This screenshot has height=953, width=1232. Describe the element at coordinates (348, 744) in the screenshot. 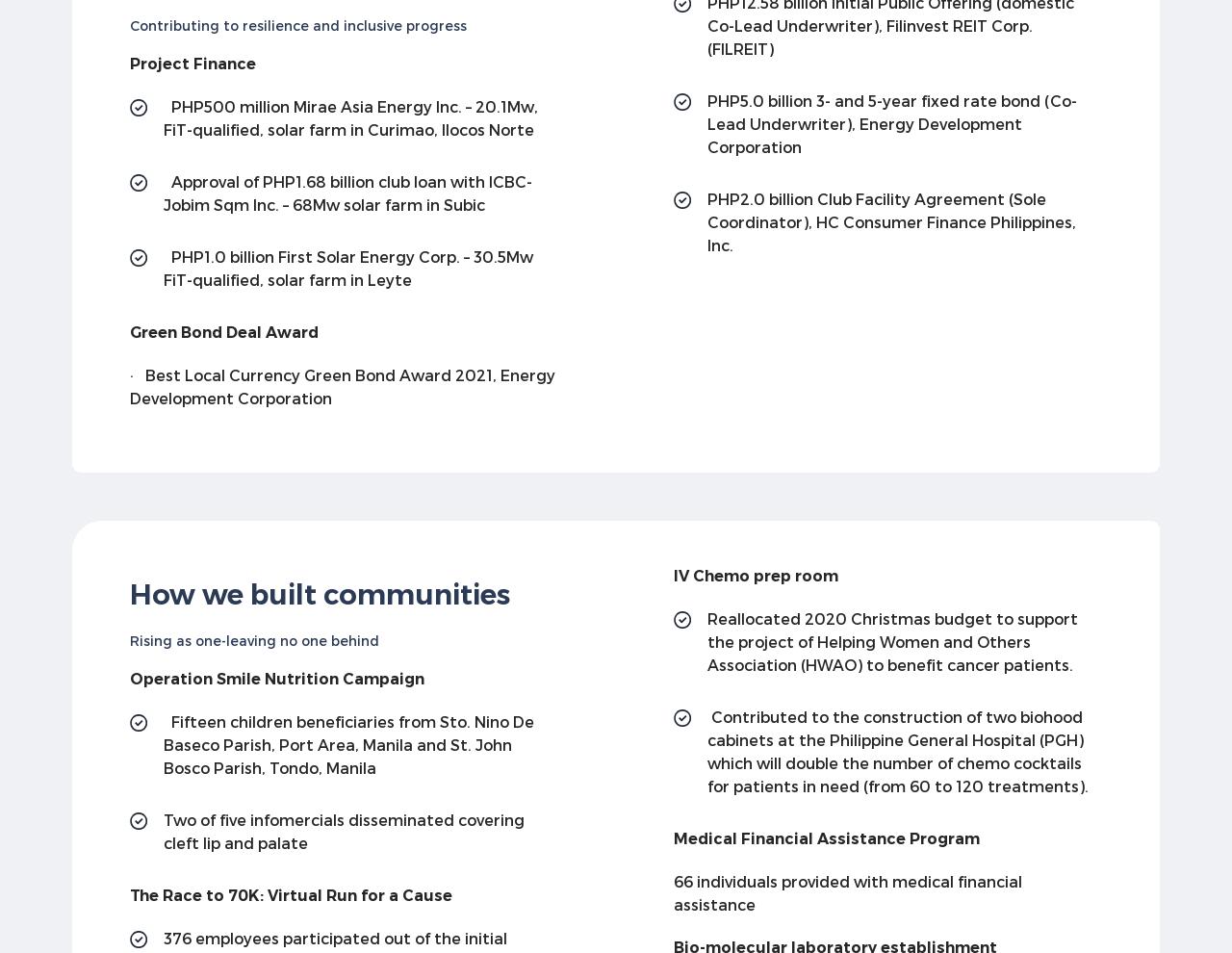

I see `'Fifteen children beneficiaries from Sto. Nino De Baseco Parish, Port Area, Manila and St. John Bosco Parish, Tondo, Manila'` at that location.